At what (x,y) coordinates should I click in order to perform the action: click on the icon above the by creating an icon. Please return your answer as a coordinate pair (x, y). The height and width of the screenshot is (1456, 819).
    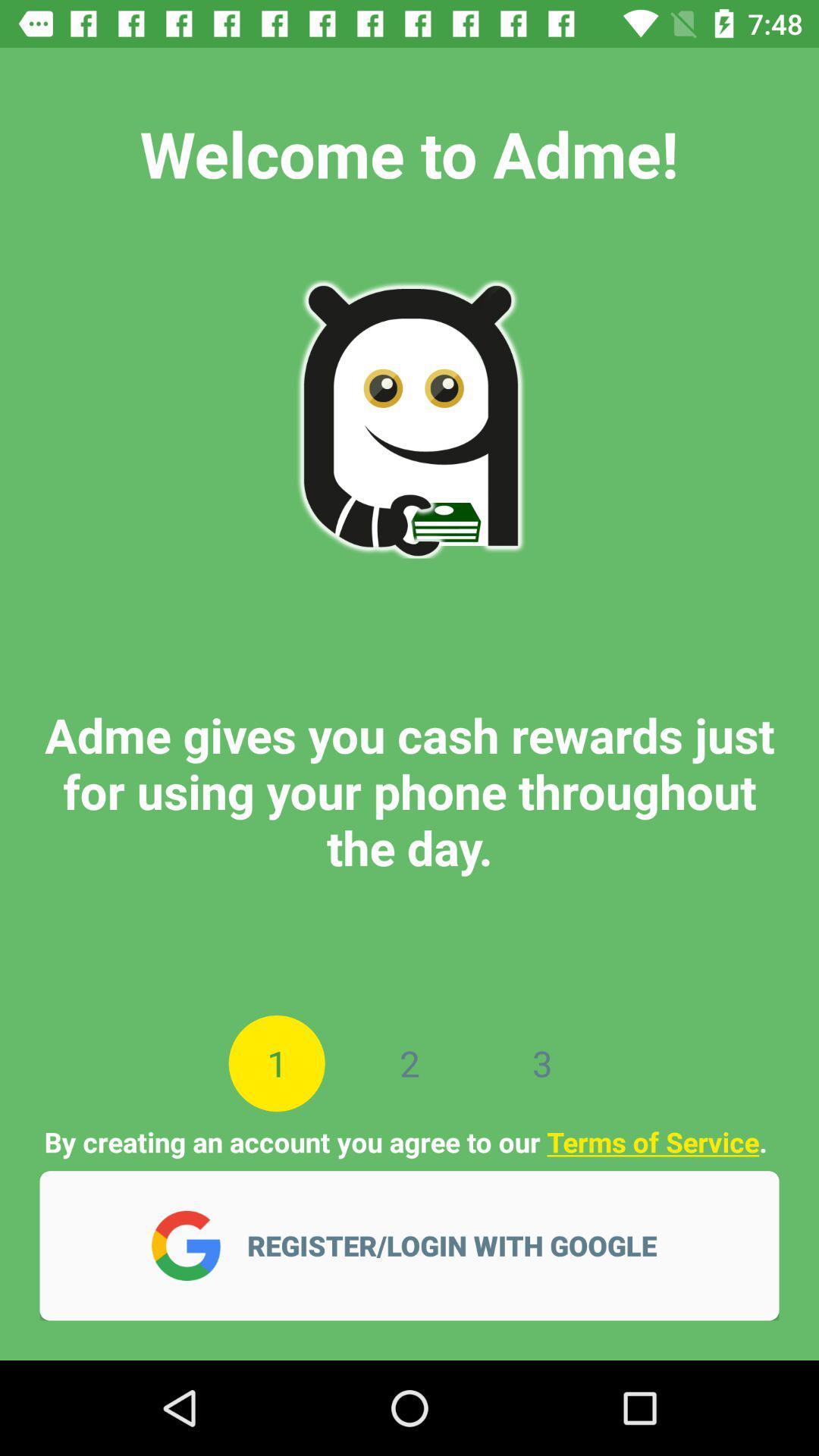
    Looking at the image, I should click on (409, 1062).